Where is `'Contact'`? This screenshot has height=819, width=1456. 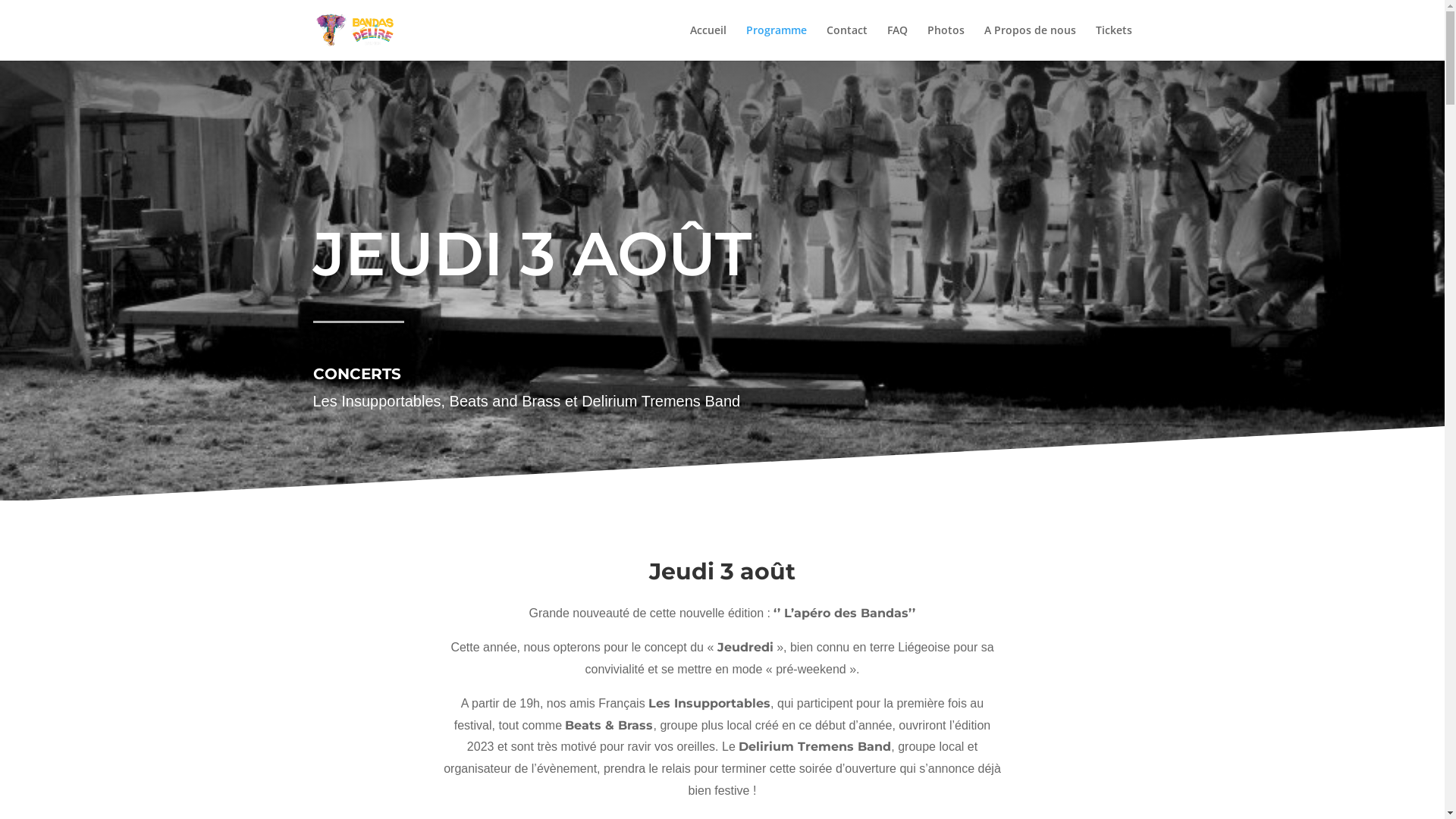 'Contact' is located at coordinates (846, 42).